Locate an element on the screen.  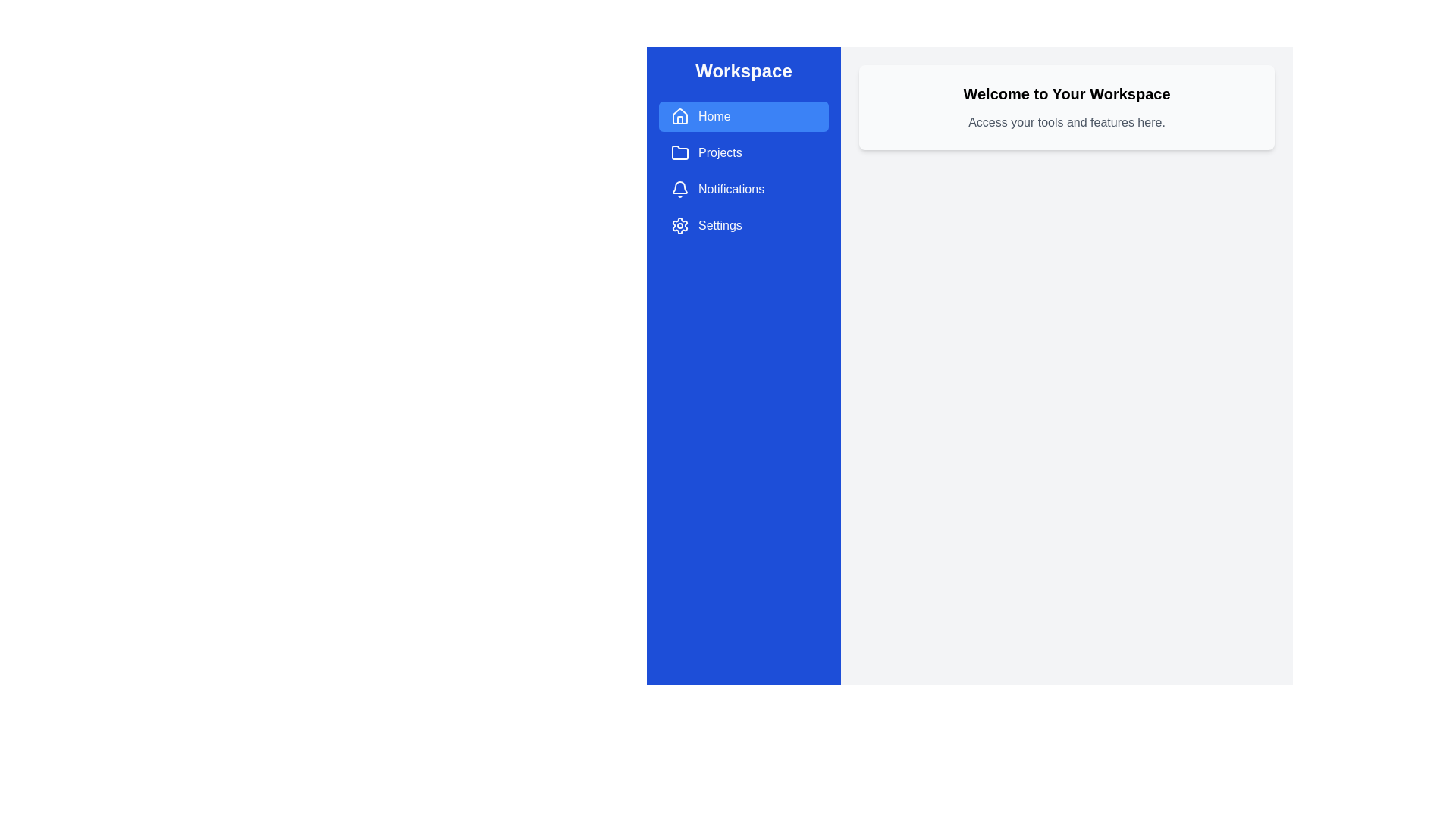
welcome message displayed in the text block titled 'Welcome to Your Workspace' with a light gray background and rounded corners is located at coordinates (1065, 107).